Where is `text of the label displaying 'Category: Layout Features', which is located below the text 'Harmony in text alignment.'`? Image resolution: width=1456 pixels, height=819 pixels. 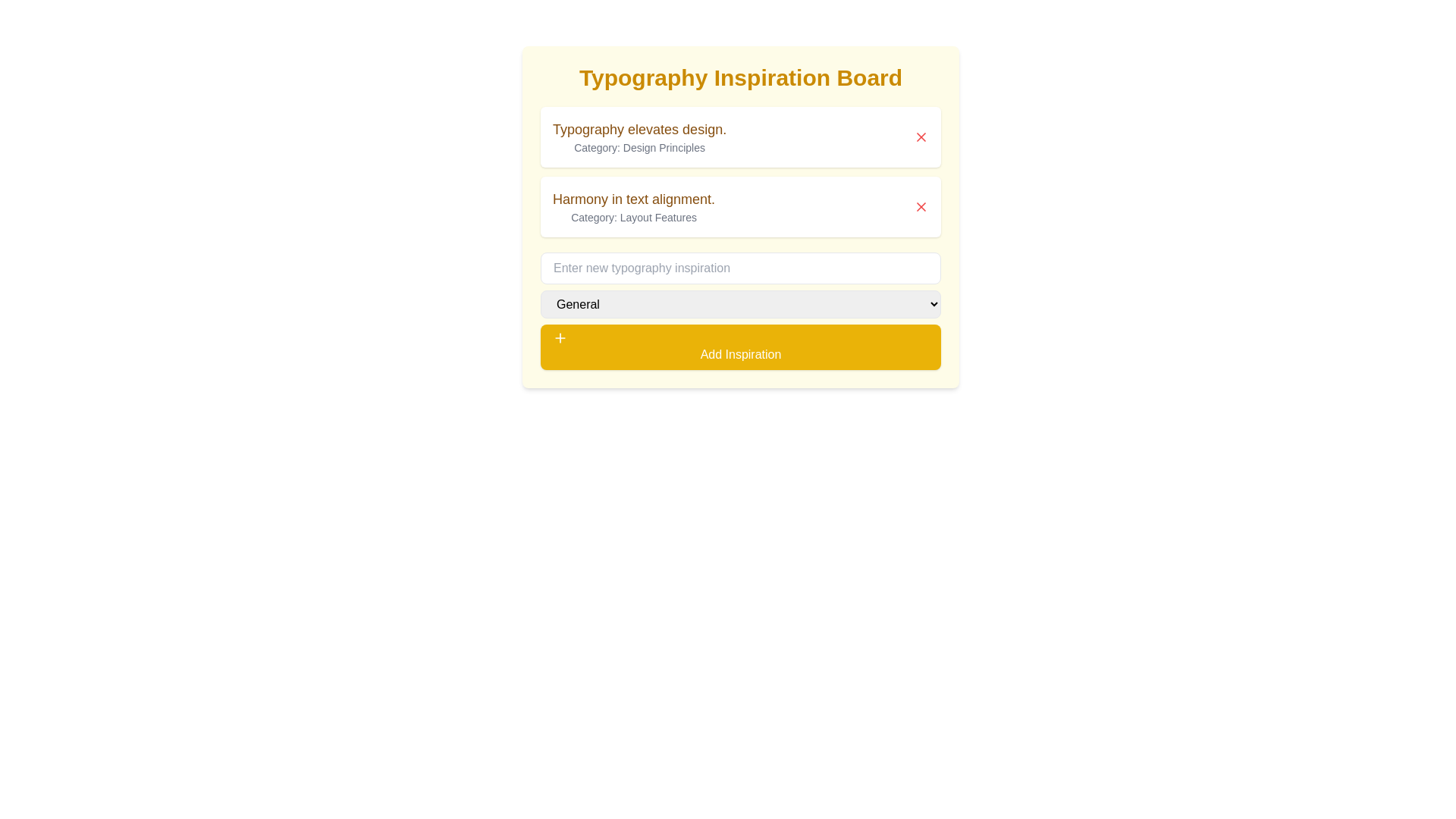 text of the label displaying 'Category: Layout Features', which is located below the text 'Harmony in text alignment.' is located at coordinates (633, 217).